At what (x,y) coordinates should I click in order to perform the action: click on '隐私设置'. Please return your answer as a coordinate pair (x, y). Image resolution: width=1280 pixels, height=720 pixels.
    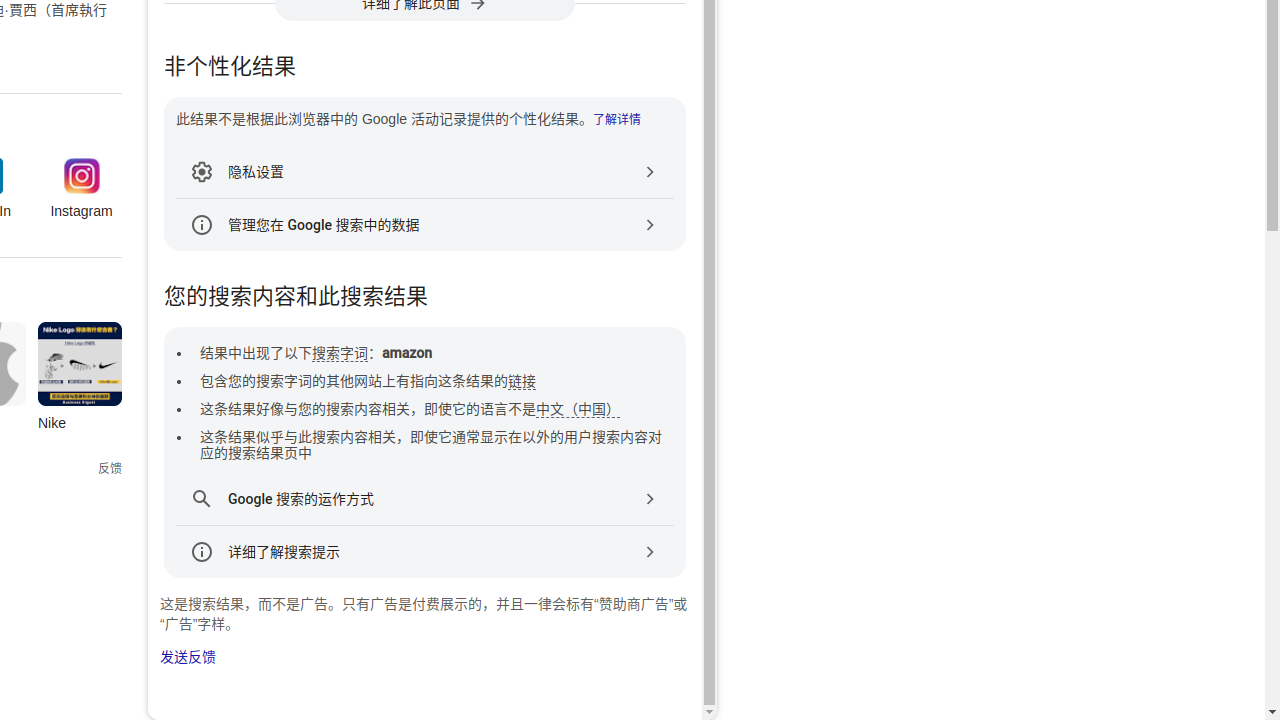
    Looking at the image, I should click on (423, 171).